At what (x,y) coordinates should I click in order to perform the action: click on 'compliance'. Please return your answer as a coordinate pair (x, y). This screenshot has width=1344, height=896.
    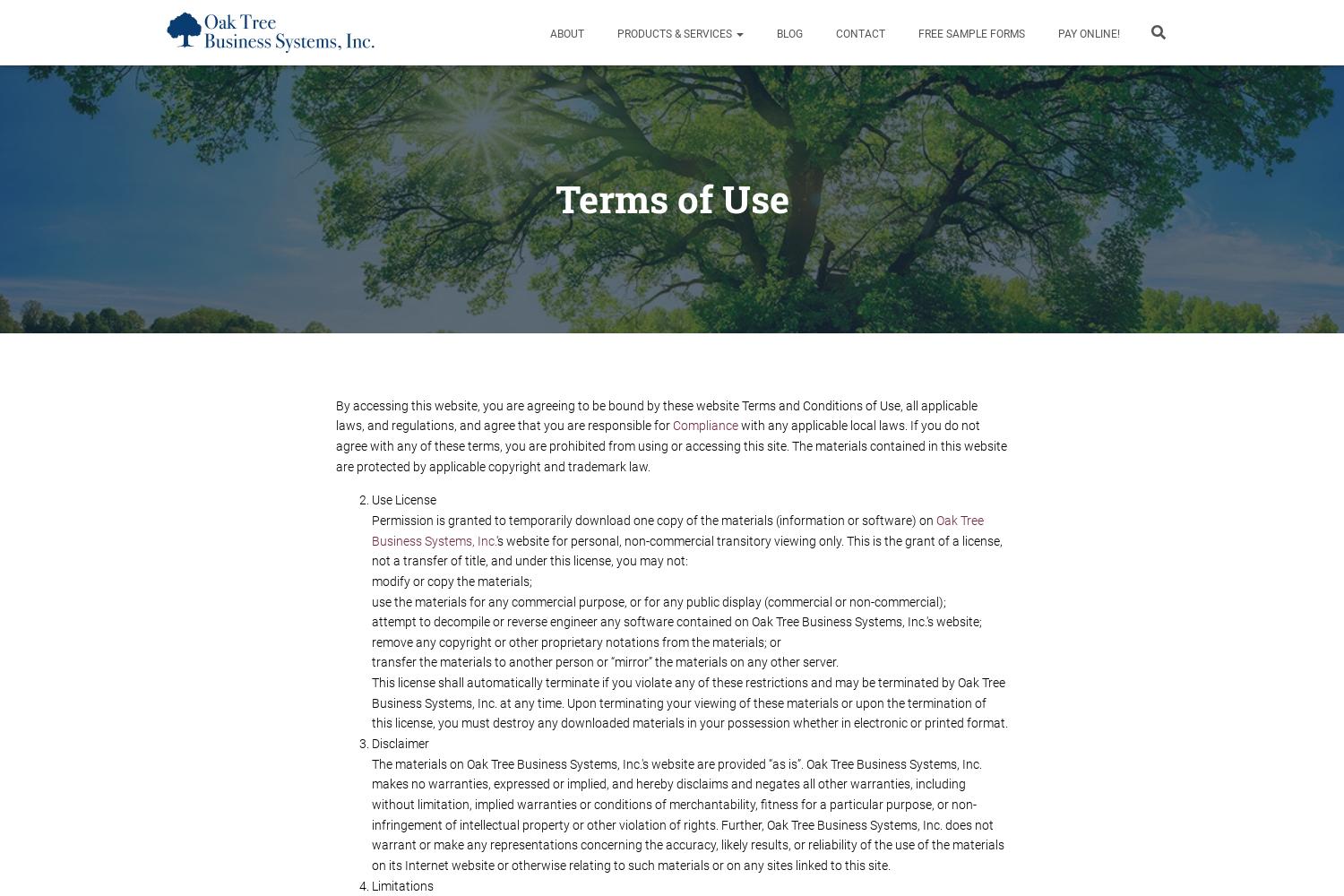
    Looking at the image, I should click on (705, 425).